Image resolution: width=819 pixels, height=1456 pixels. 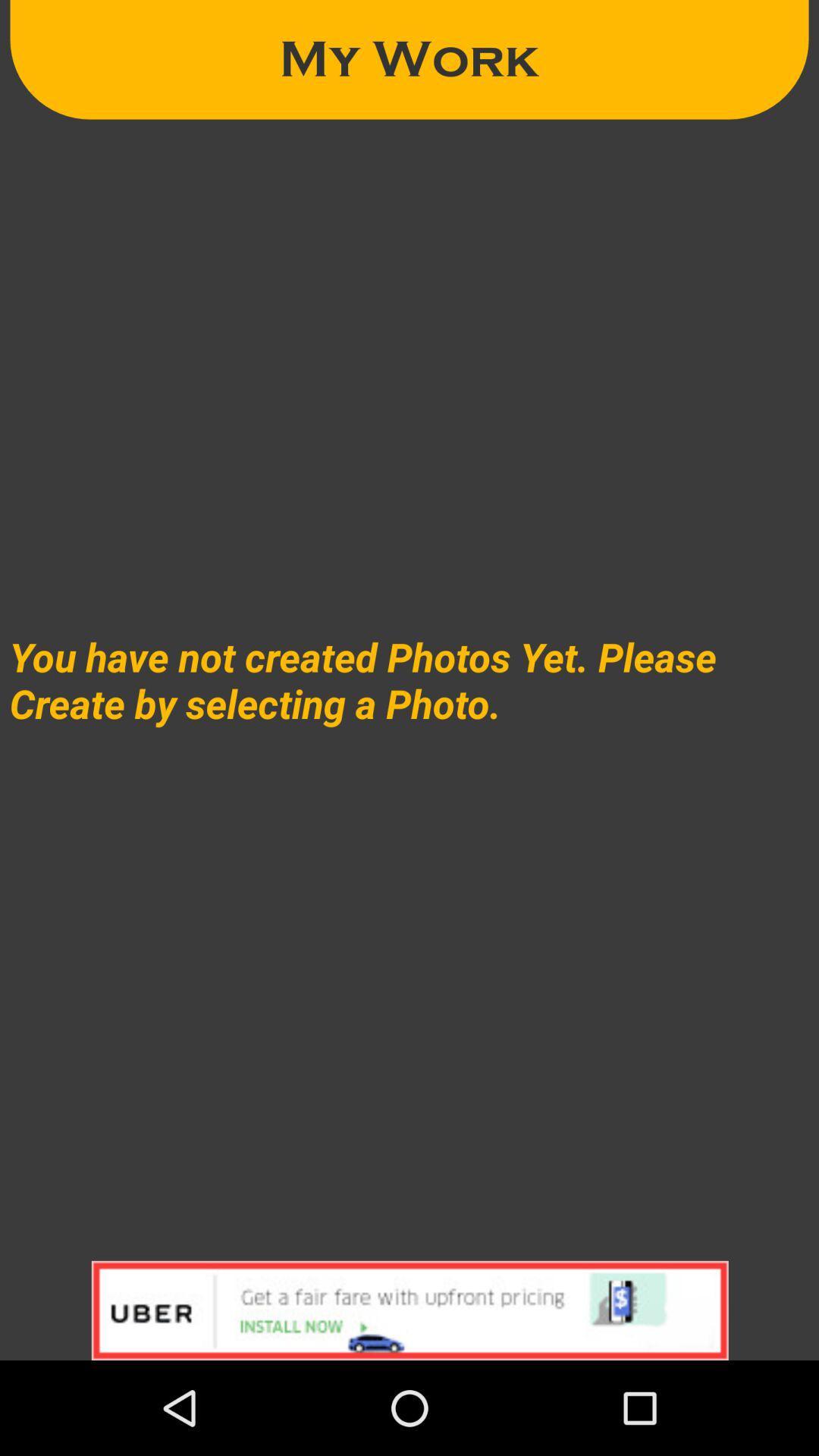 I want to click on currently displayed advertisement, so click(x=409, y=1310).